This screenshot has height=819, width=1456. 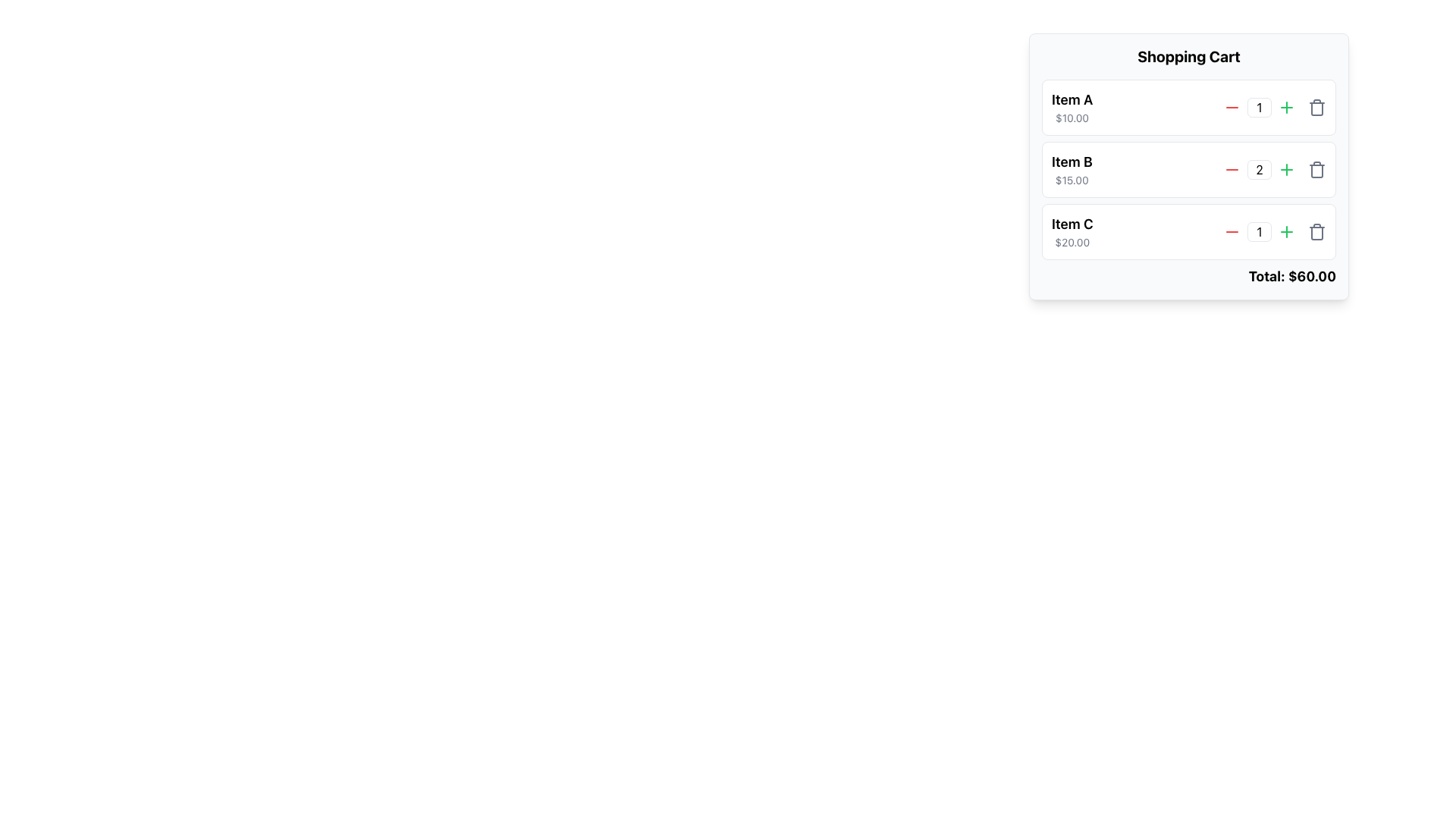 I want to click on the Text Label displaying informational data (Product Name and Price) for 'Item B' which shows the product name in large bold font and the price '$15.00' in smaller gray font, located in the shopping cart interface, so click(x=1071, y=169).